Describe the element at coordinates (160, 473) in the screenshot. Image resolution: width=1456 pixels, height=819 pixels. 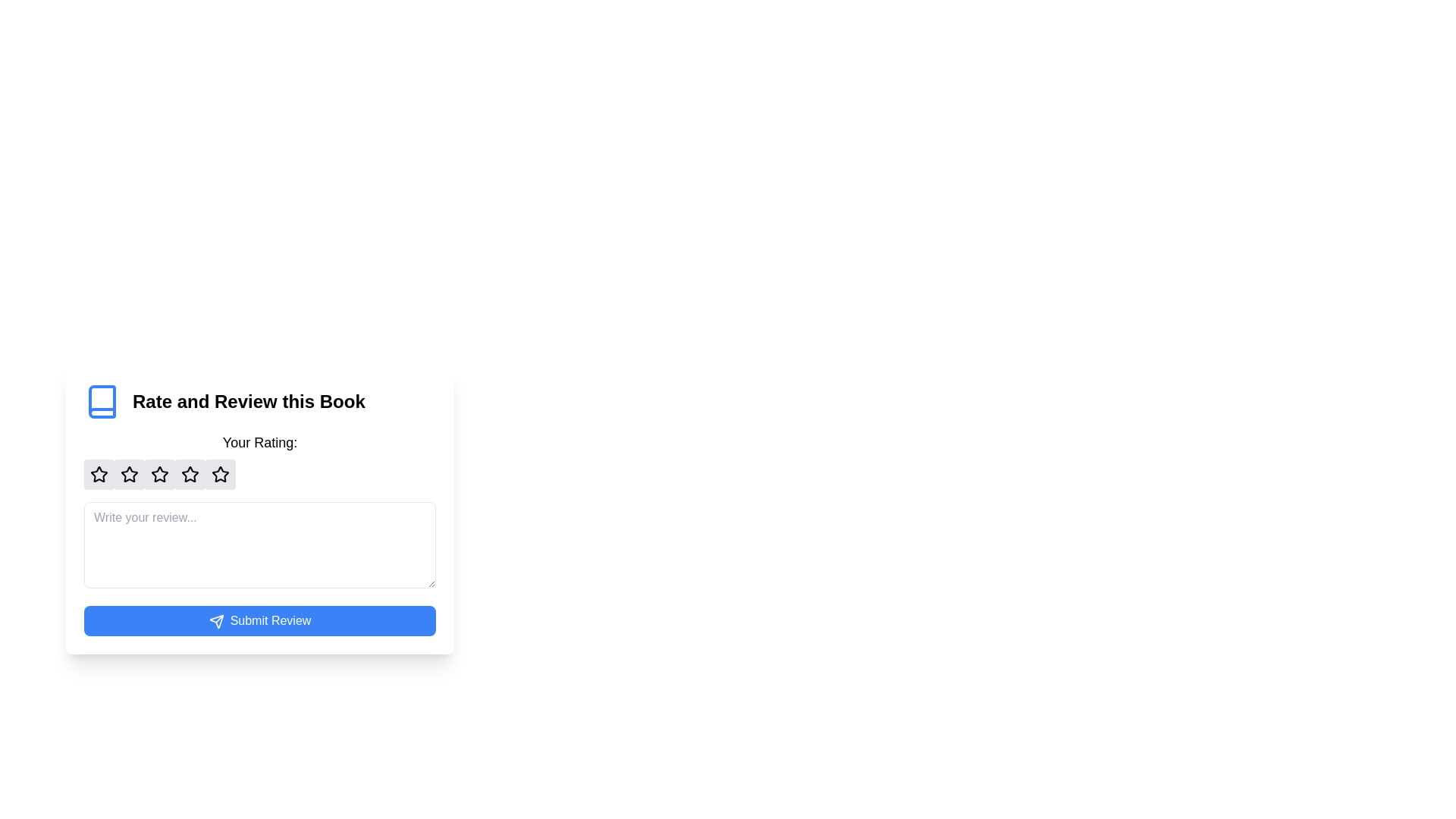
I see `the second star icon button, which is part of a row of five stars under the 'Your Rating:' label` at that location.